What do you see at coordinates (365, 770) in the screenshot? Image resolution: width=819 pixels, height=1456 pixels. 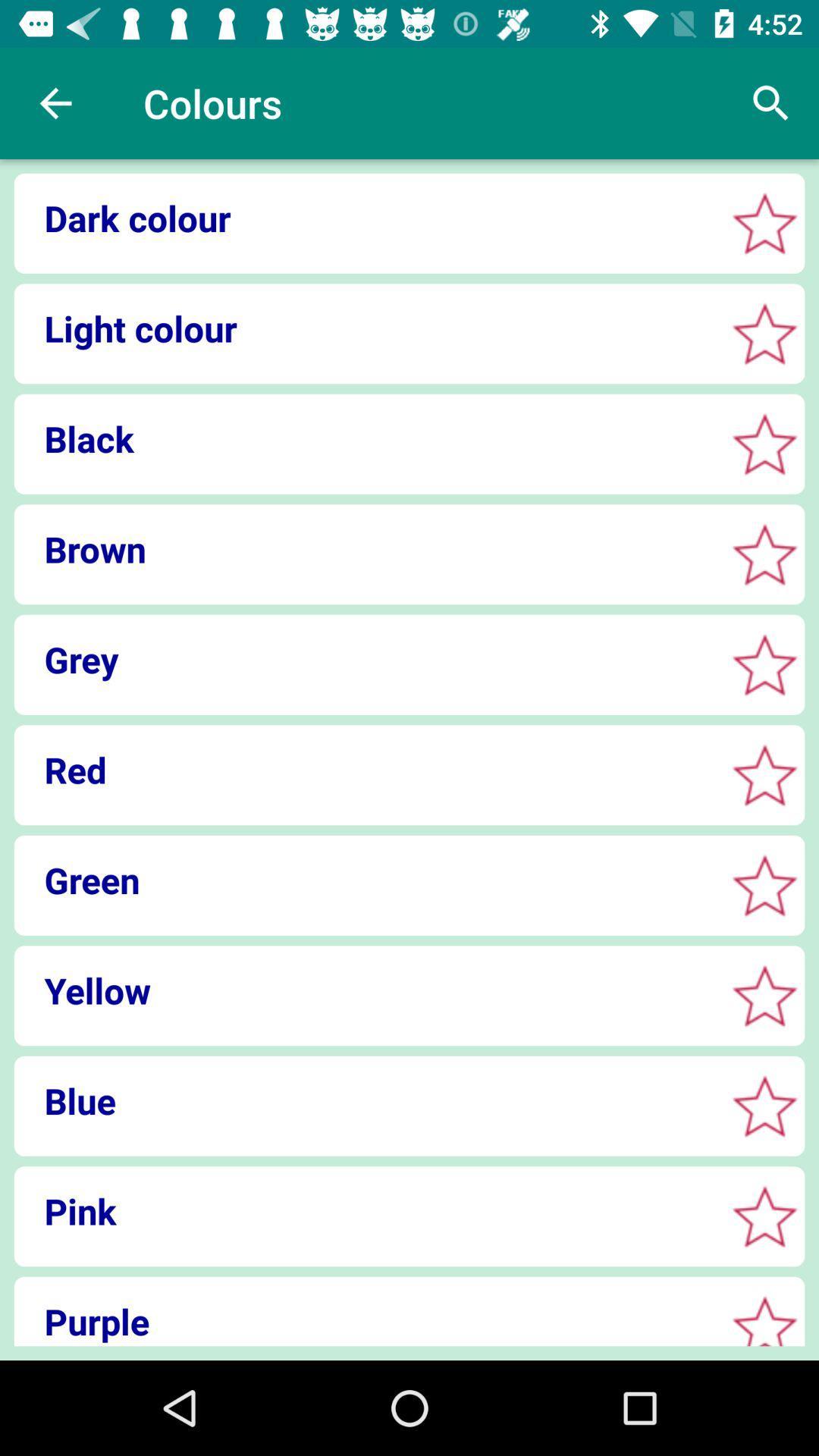 I see `red icon` at bounding box center [365, 770].